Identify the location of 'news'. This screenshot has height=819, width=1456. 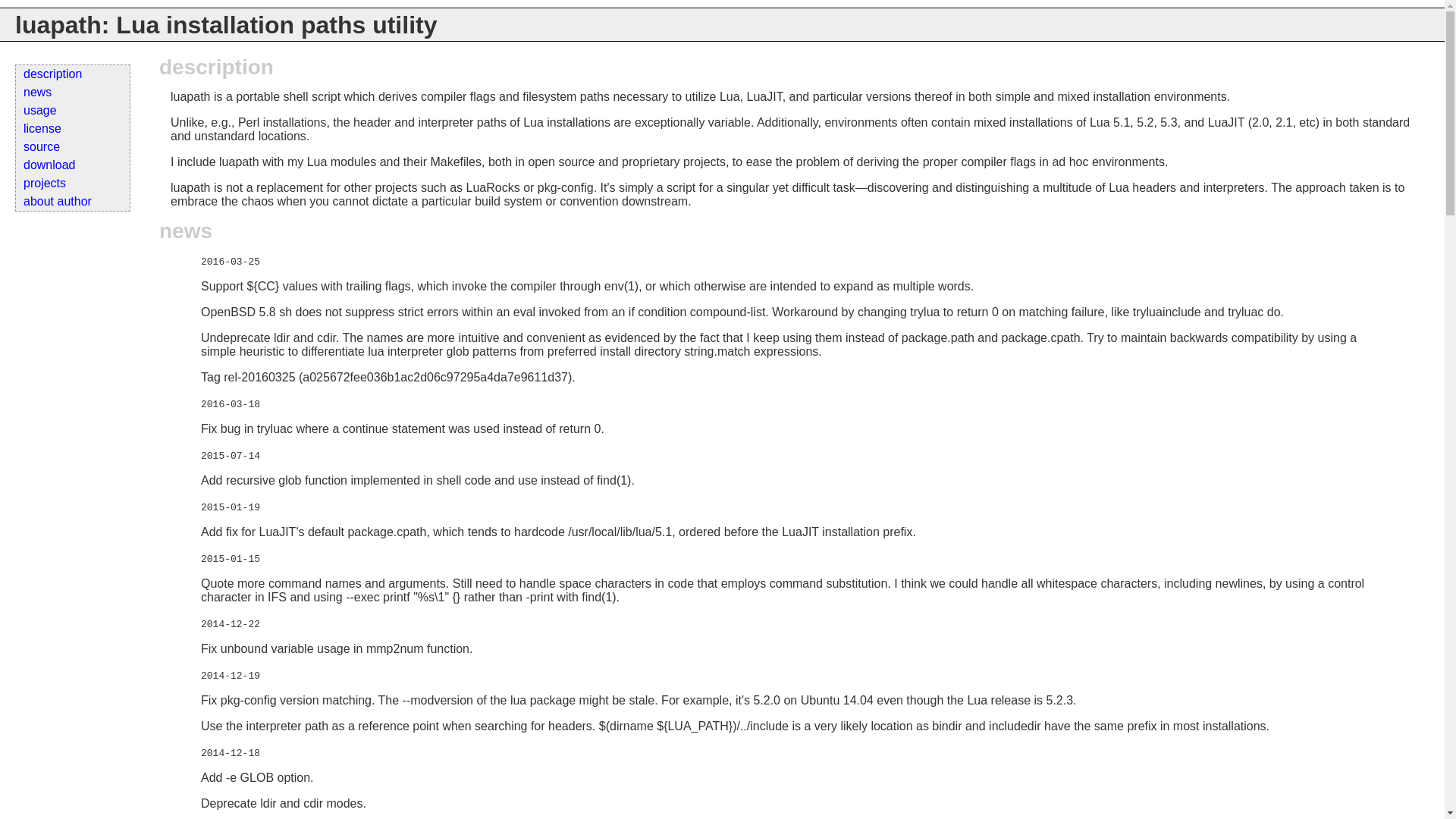
(15, 93).